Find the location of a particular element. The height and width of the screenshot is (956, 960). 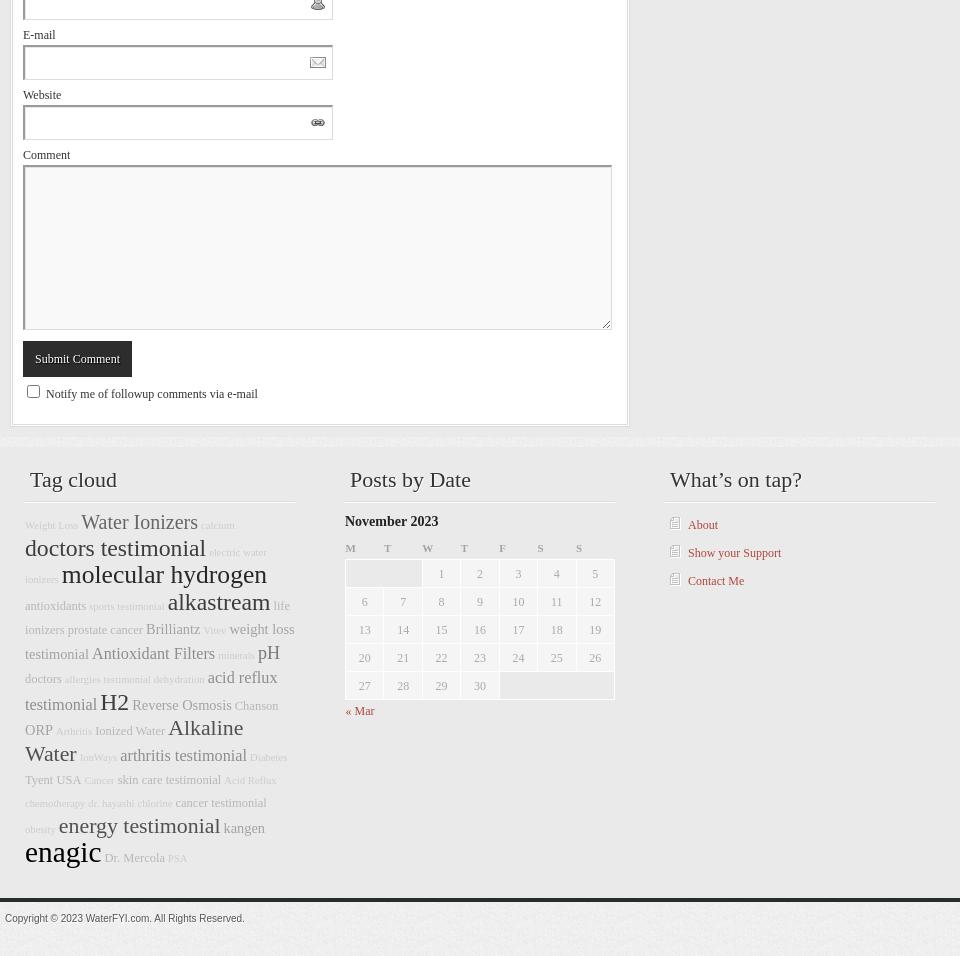

'Cancer' is located at coordinates (98, 779).